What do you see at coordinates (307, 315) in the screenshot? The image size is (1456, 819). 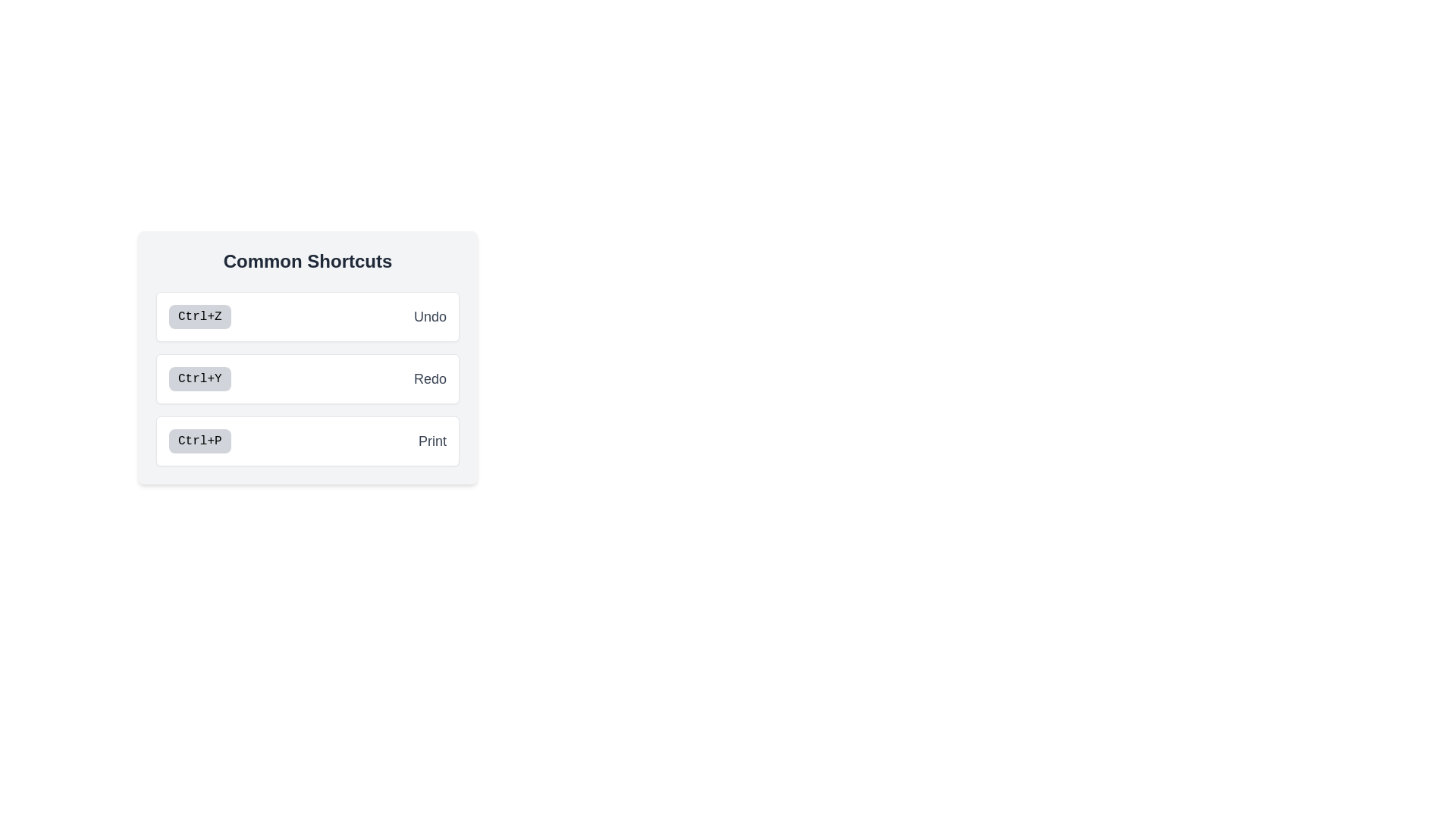 I see `the first informational display component showing the shortcut 'Ctrl+Z' with the description 'Undo', which is styled with a monospace font on the left and a standard font on the right` at bounding box center [307, 315].